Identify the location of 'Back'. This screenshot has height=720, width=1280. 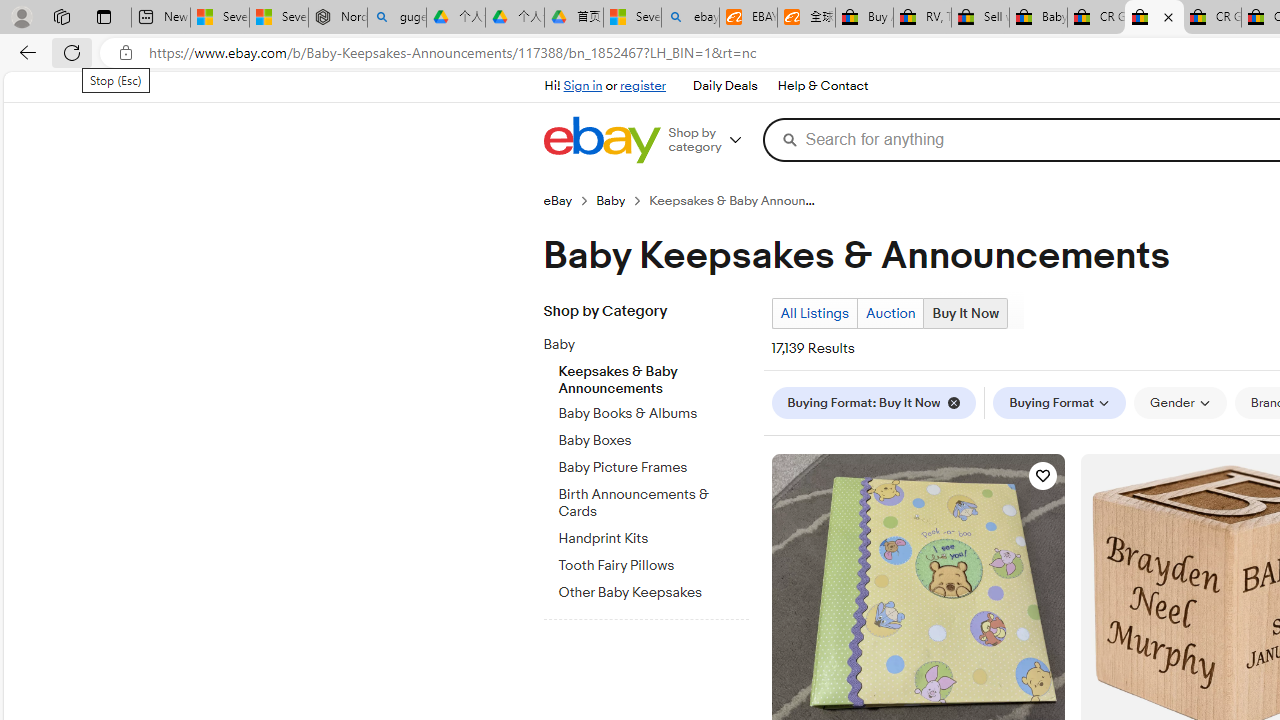
(24, 51).